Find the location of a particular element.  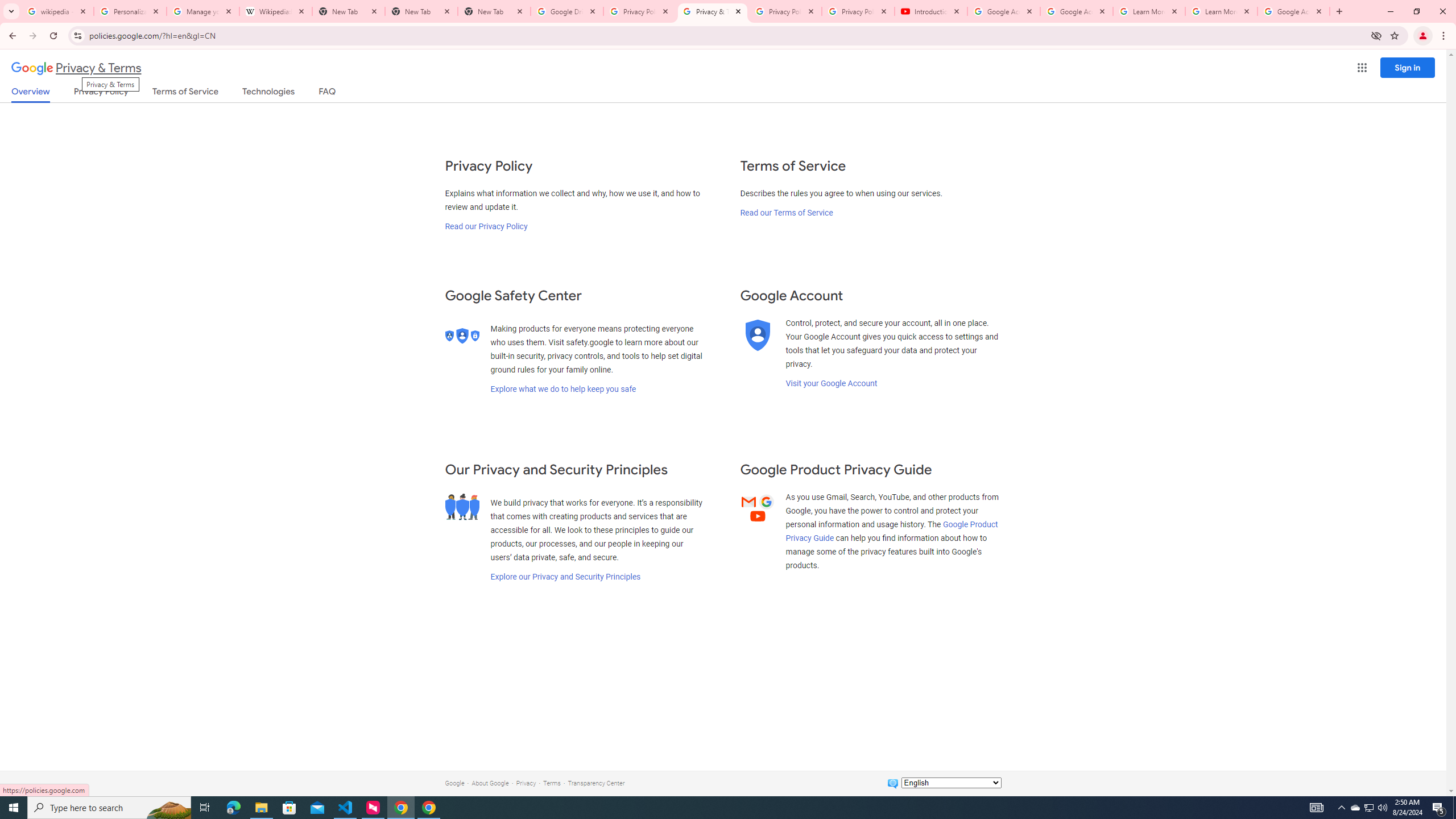

'Explore what we do to help keep you safe' is located at coordinates (563, 388).